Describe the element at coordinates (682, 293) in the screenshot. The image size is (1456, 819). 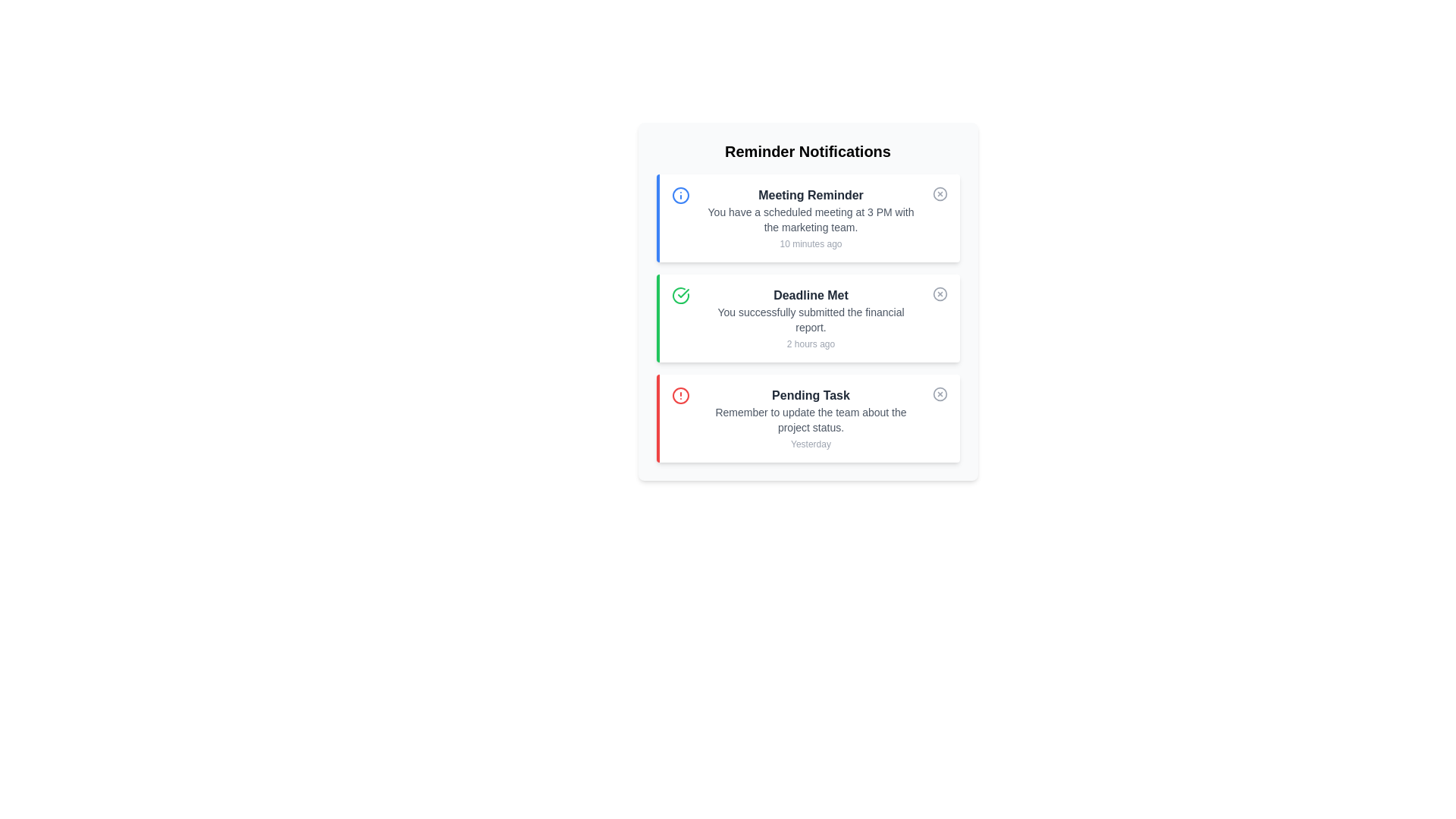
I see `the status conveyed by the notification icon located to the left of the title 'Deadline Met' in the second notification card` at that location.